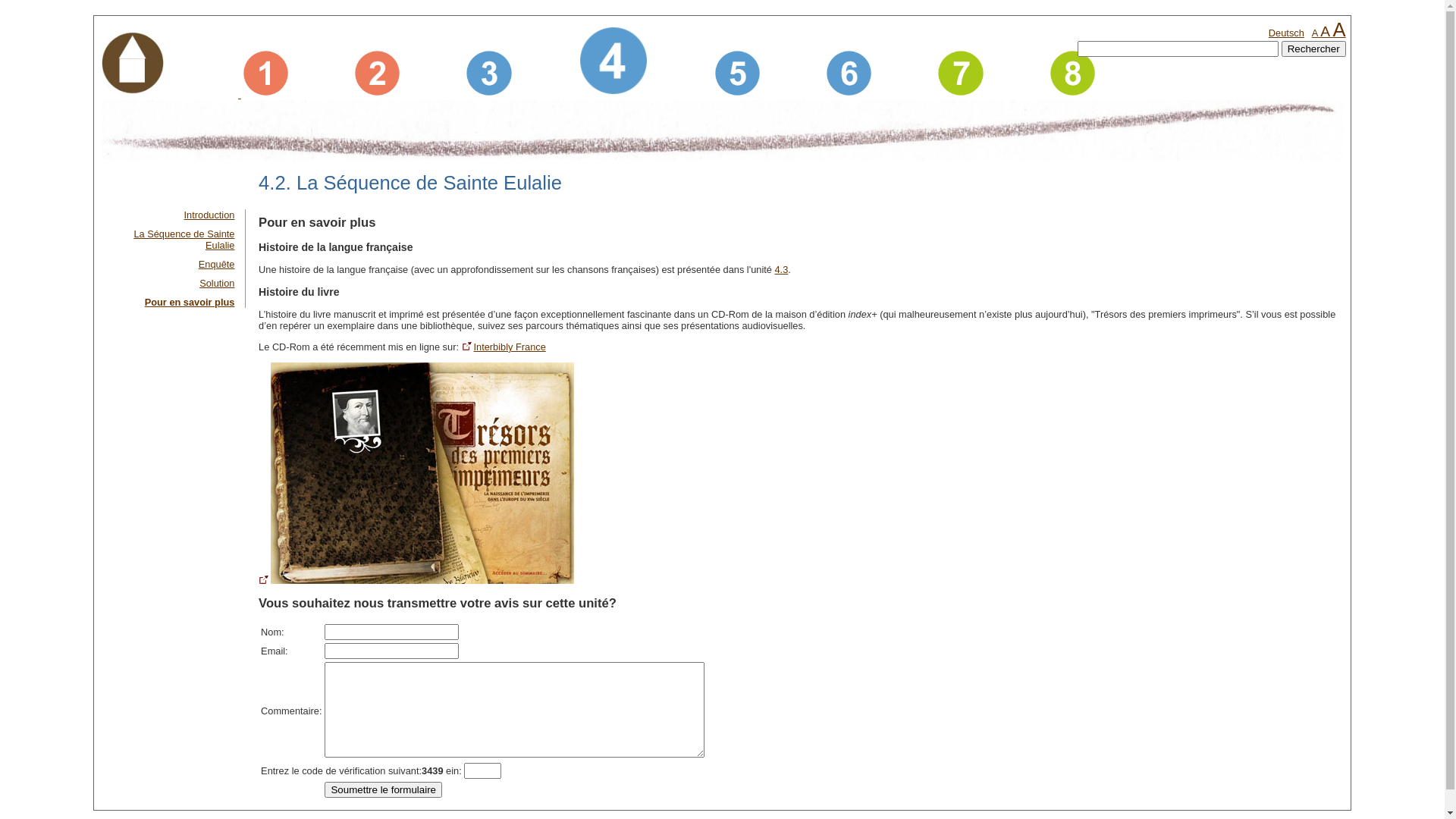  I want to click on 'Interbibly France', so click(461, 347).